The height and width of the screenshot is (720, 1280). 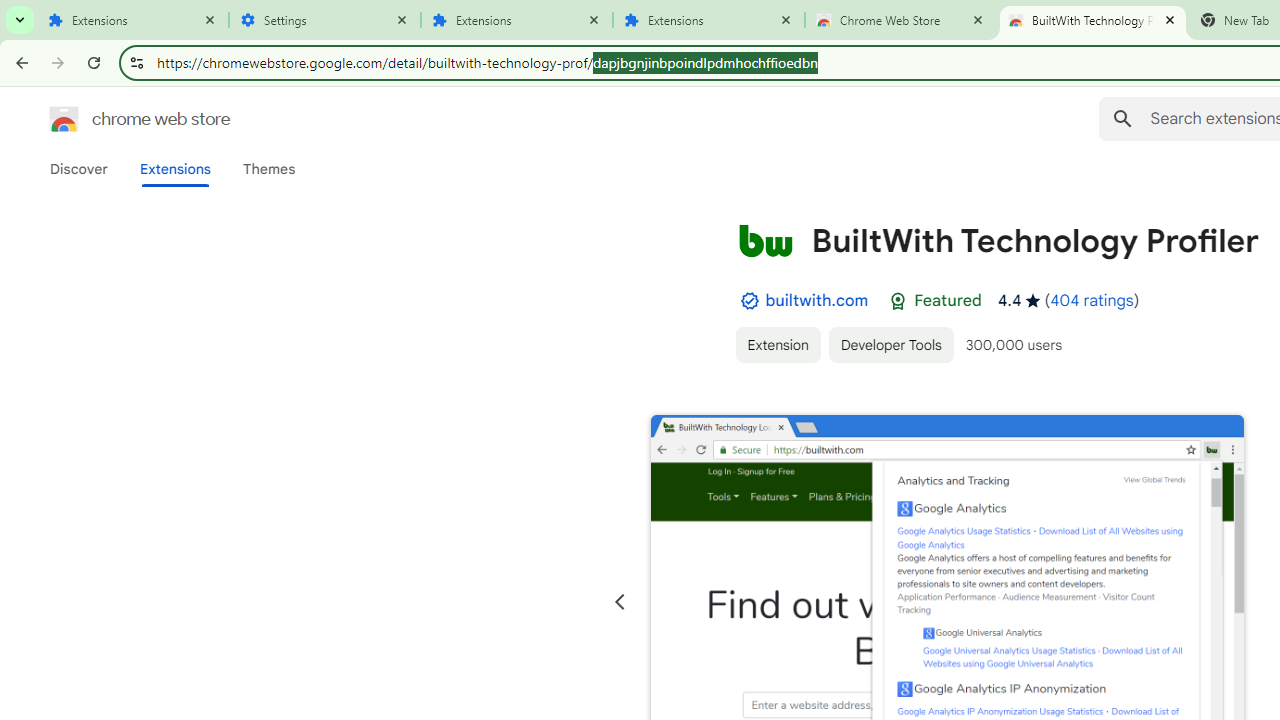 I want to click on 'Chrome Web Store', so click(x=900, y=20).